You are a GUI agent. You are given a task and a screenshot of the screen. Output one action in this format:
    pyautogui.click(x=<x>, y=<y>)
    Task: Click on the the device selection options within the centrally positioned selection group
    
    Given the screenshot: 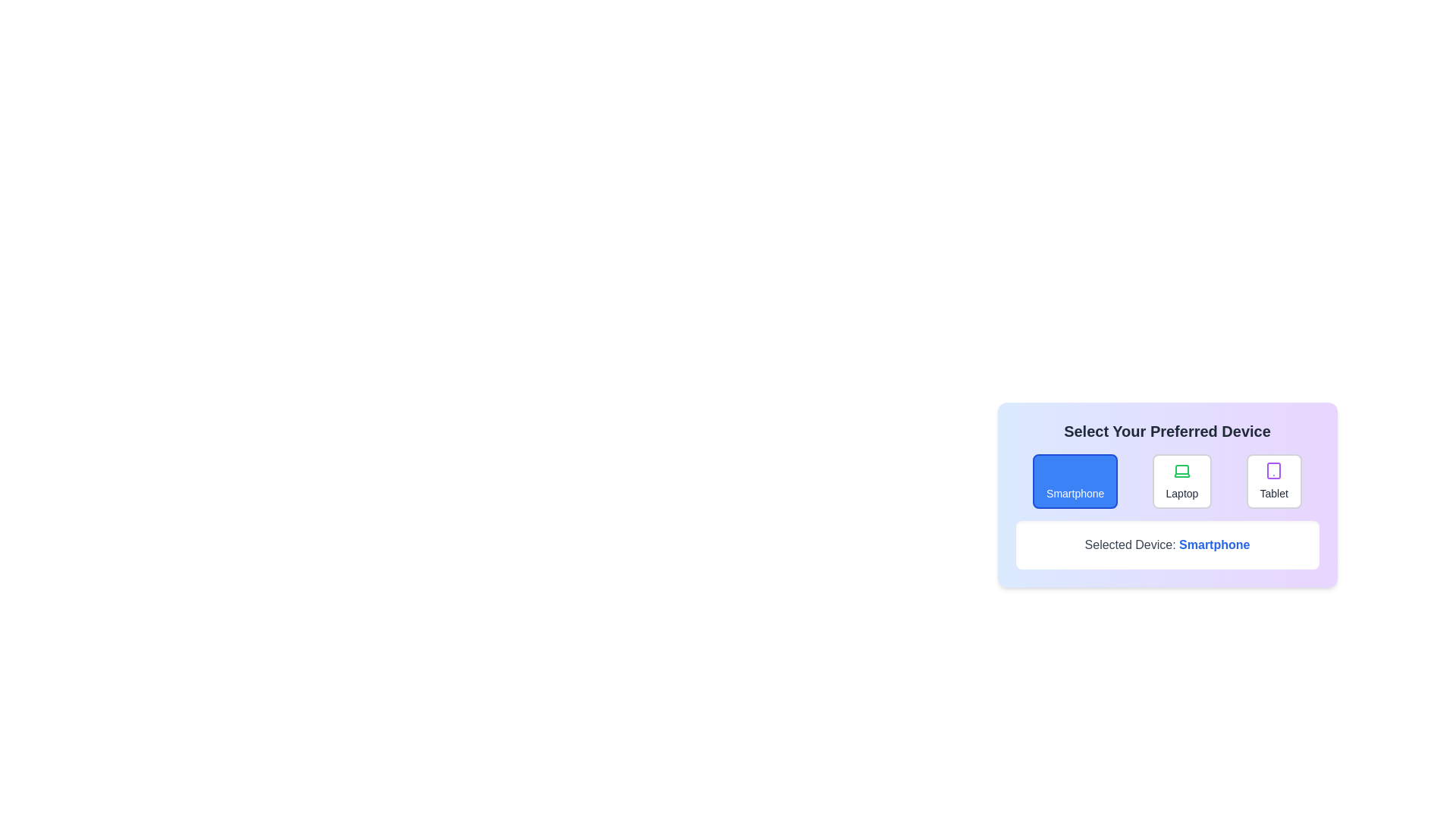 What is the action you would take?
    pyautogui.click(x=1166, y=494)
    